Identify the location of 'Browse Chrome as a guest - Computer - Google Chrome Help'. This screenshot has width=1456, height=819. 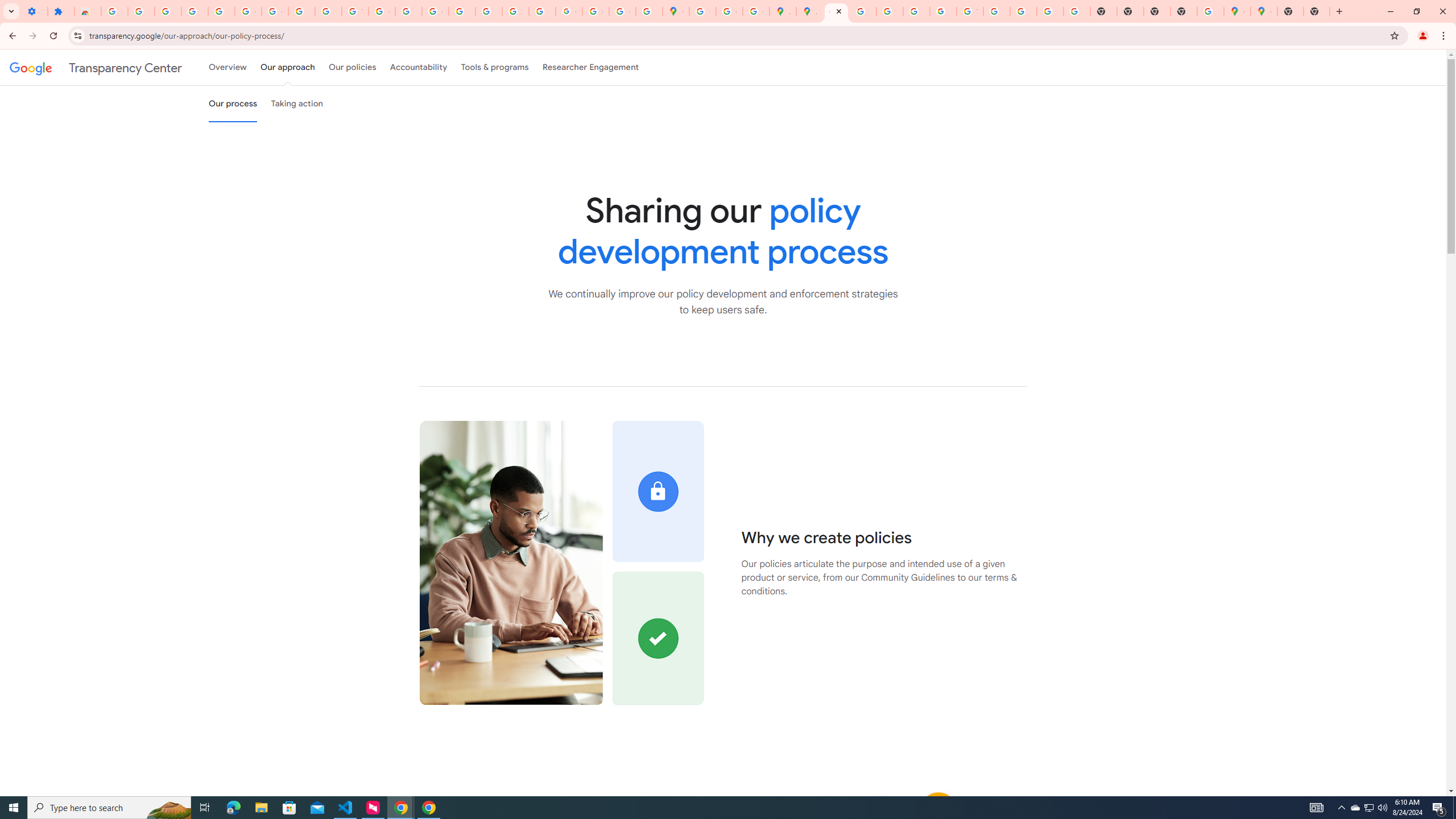
(996, 11).